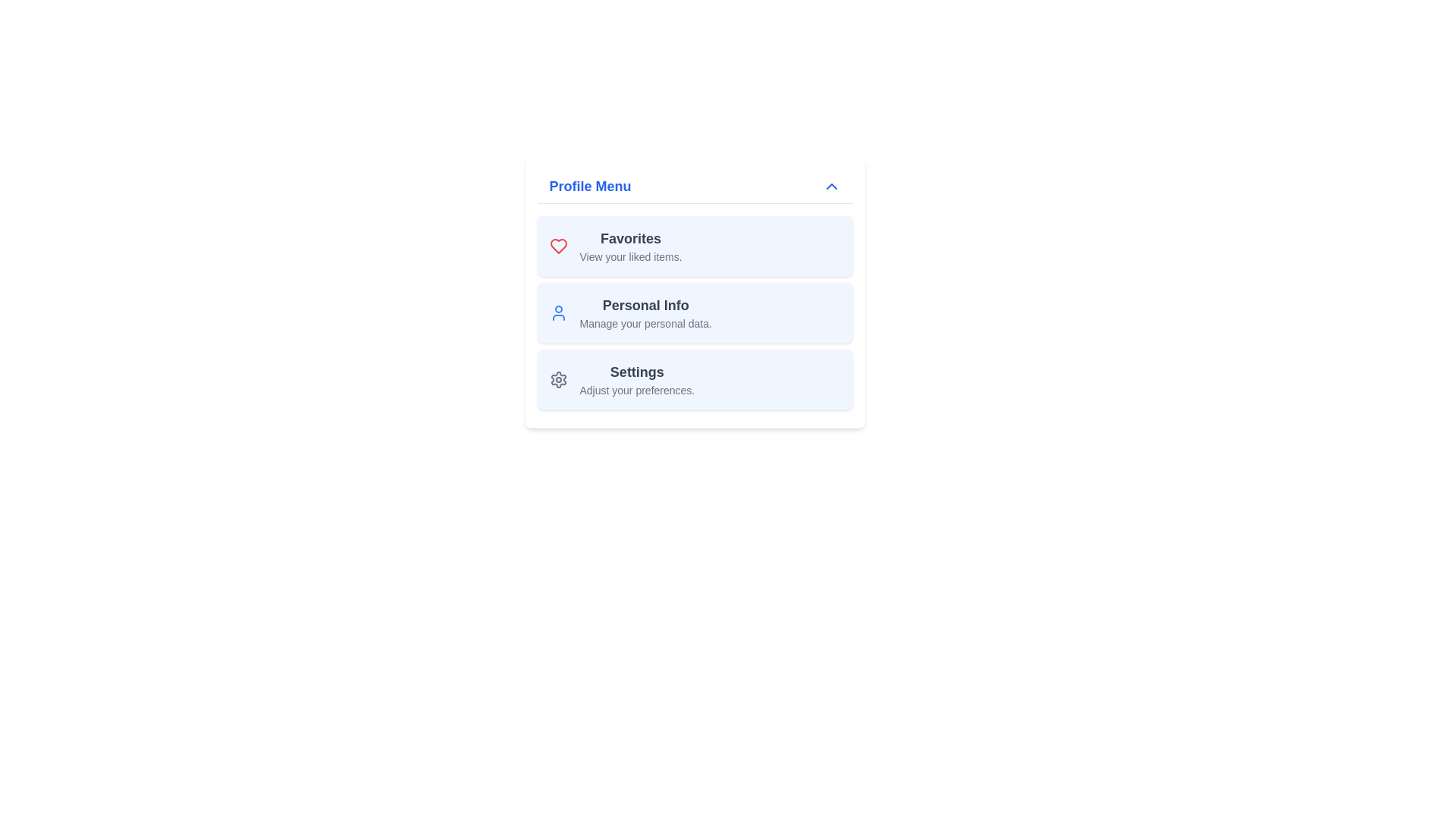 Image resolution: width=1456 pixels, height=819 pixels. I want to click on the gear-shaped icon, so click(557, 379).